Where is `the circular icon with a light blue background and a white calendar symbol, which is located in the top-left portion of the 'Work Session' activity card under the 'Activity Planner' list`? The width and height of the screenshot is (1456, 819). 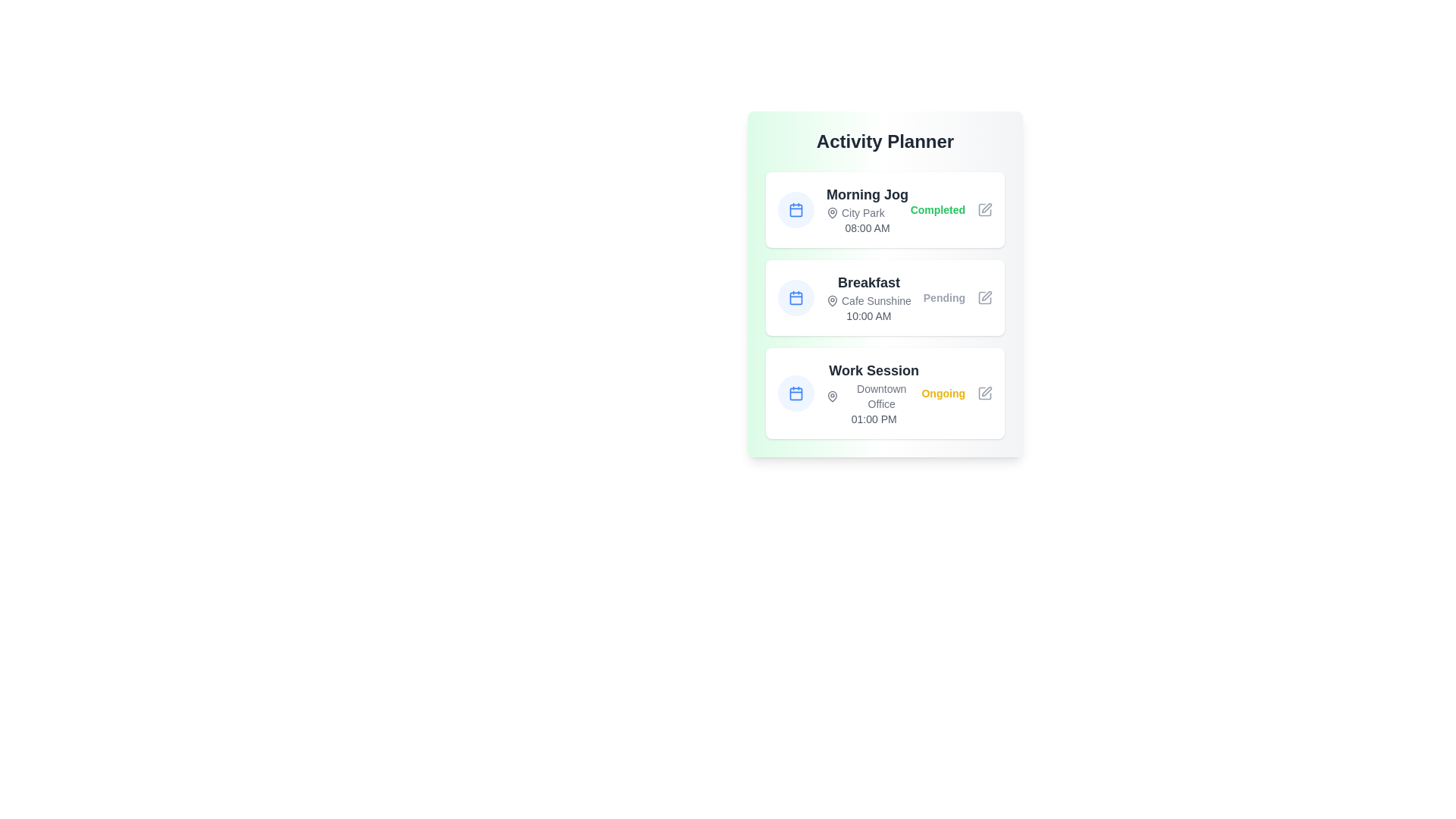 the circular icon with a light blue background and a white calendar symbol, which is located in the top-left portion of the 'Work Session' activity card under the 'Activity Planner' list is located at coordinates (795, 393).